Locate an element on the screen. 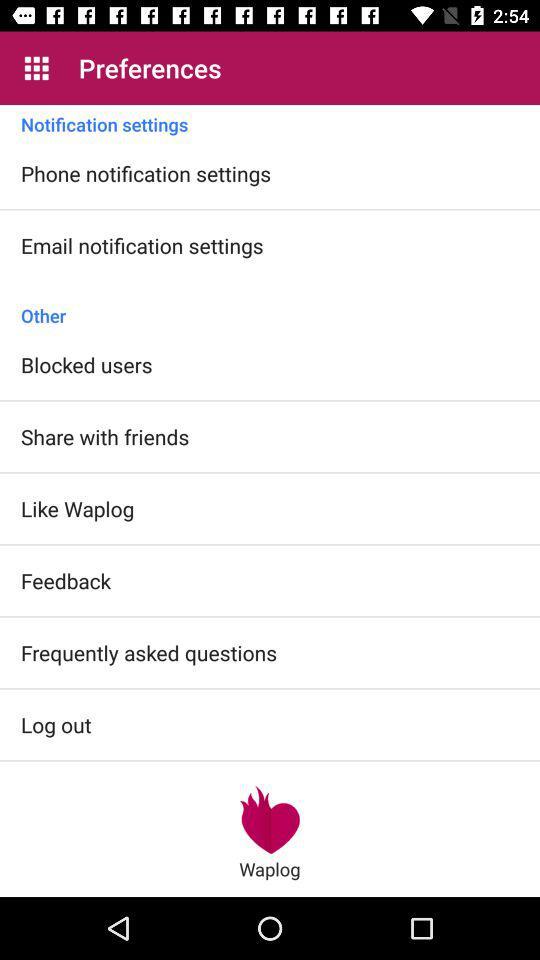 Image resolution: width=540 pixels, height=960 pixels. icon above blocked users item is located at coordinates (270, 305).